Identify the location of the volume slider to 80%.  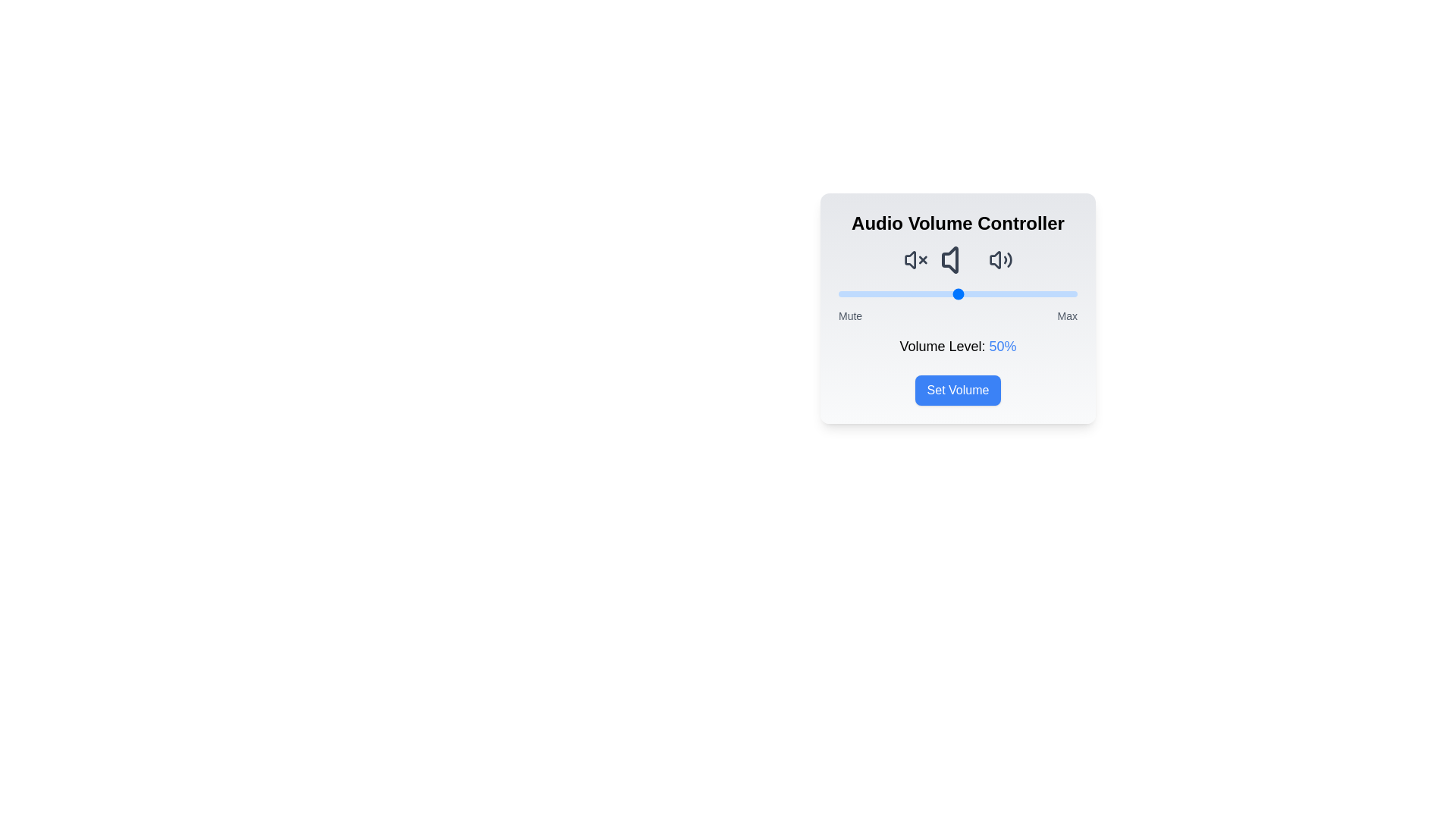
(1030, 294).